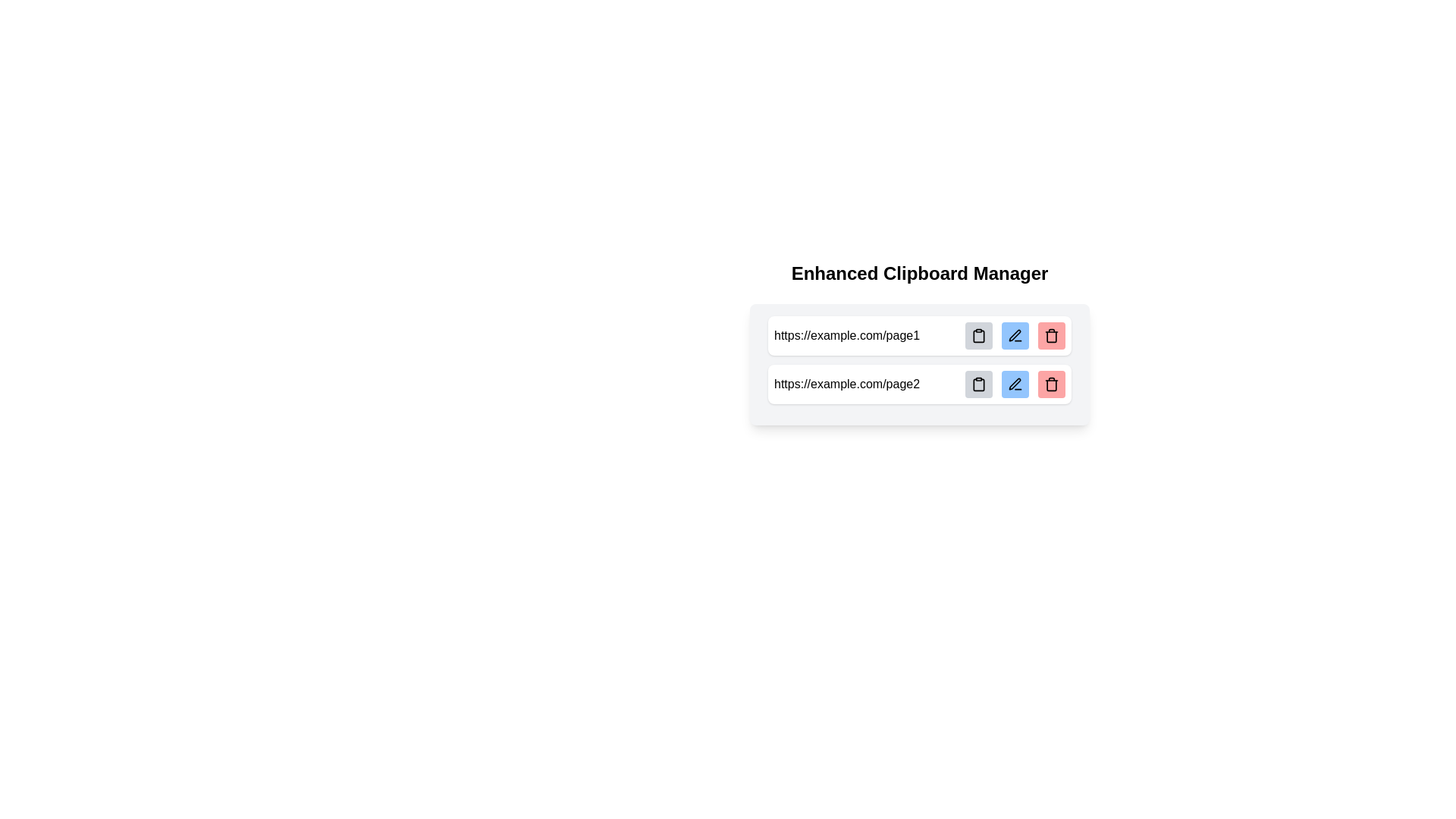 The width and height of the screenshot is (1456, 819). Describe the element at coordinates (1051, 383) in the screenshot. I see `the delete action button, which is the last button in the second row of clipboard management buttons, positioned to the right of the blue edit button` at that location.